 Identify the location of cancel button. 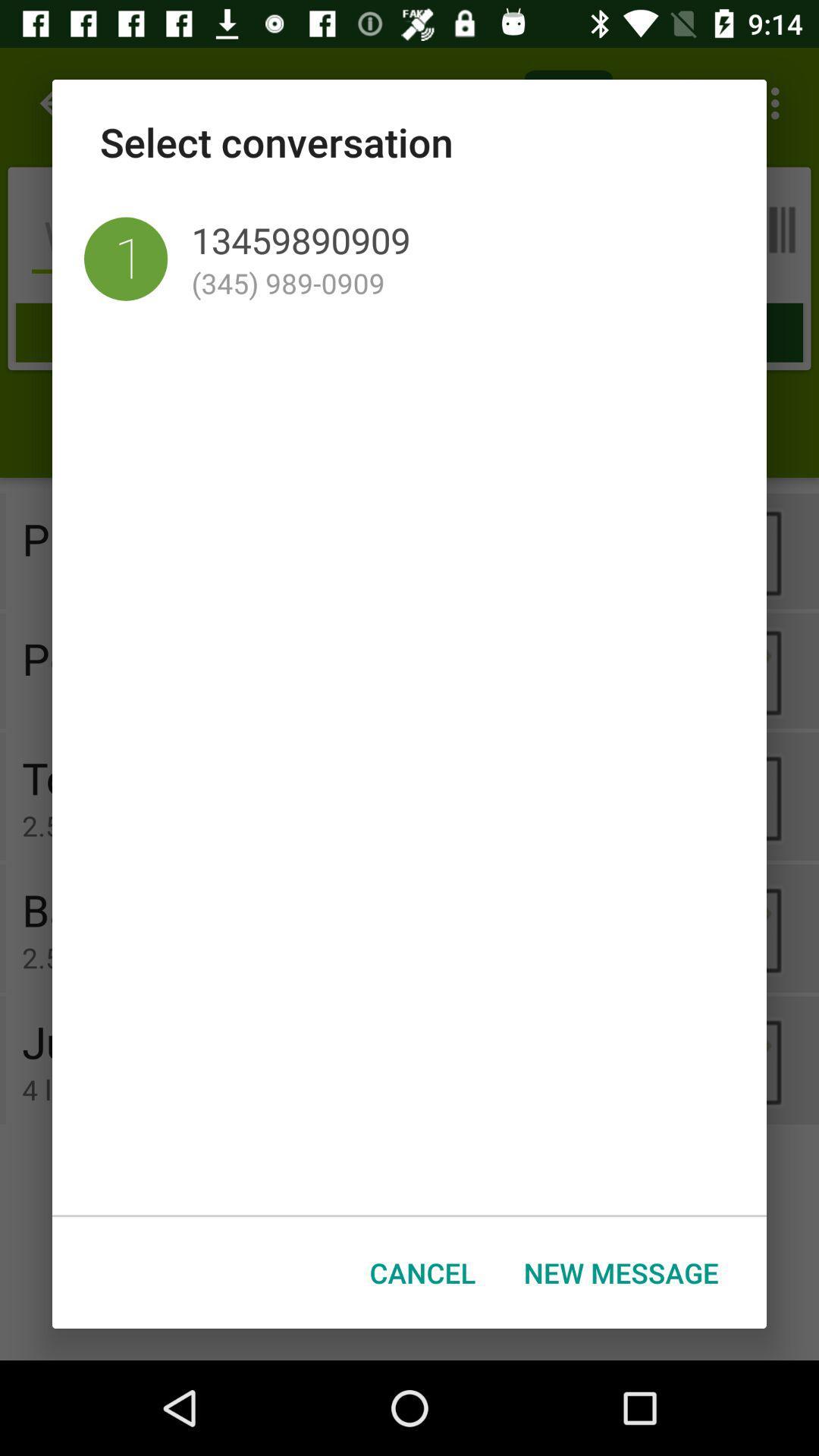
(422, 1272).